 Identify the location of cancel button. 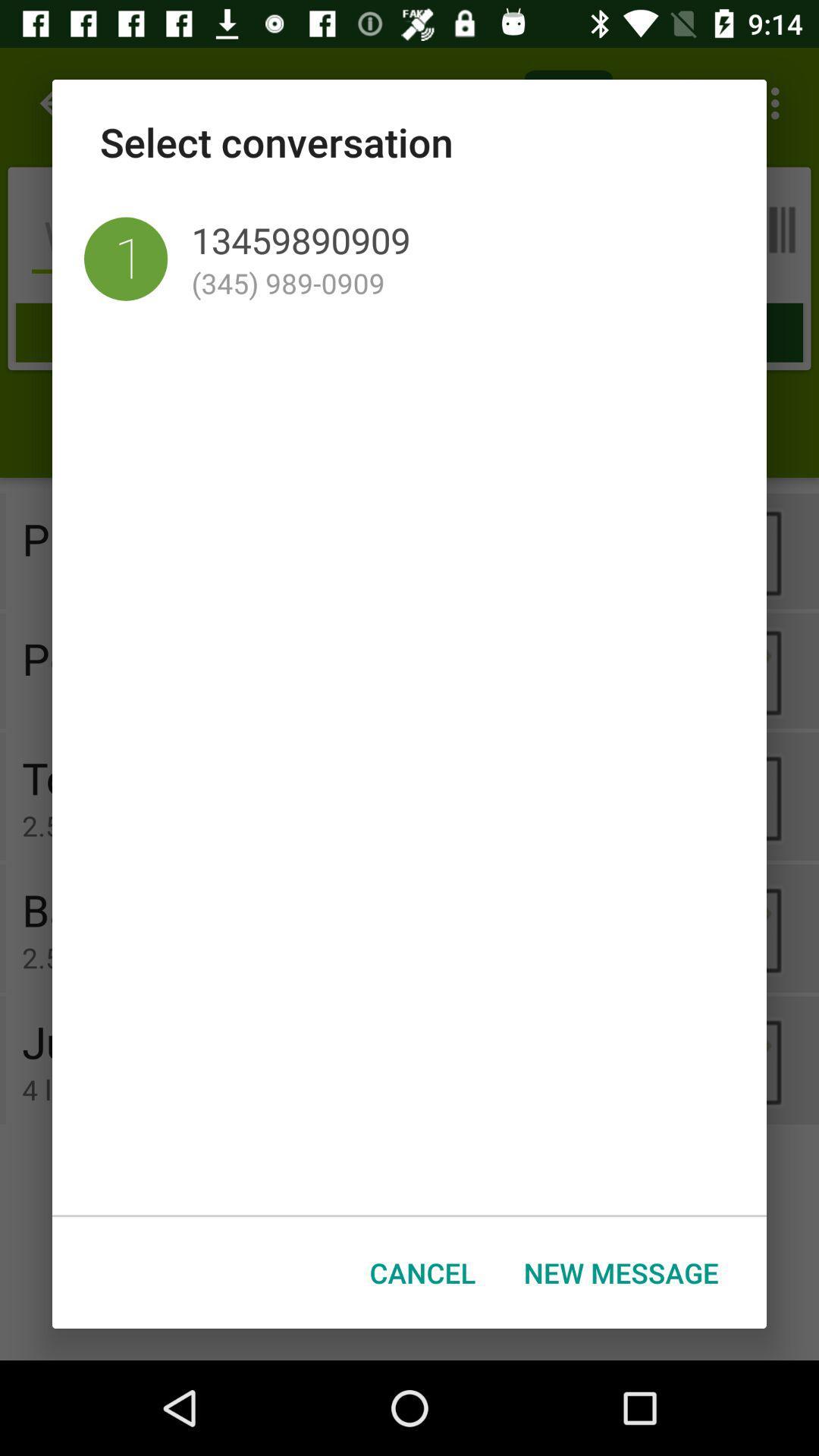
(422, 1272).